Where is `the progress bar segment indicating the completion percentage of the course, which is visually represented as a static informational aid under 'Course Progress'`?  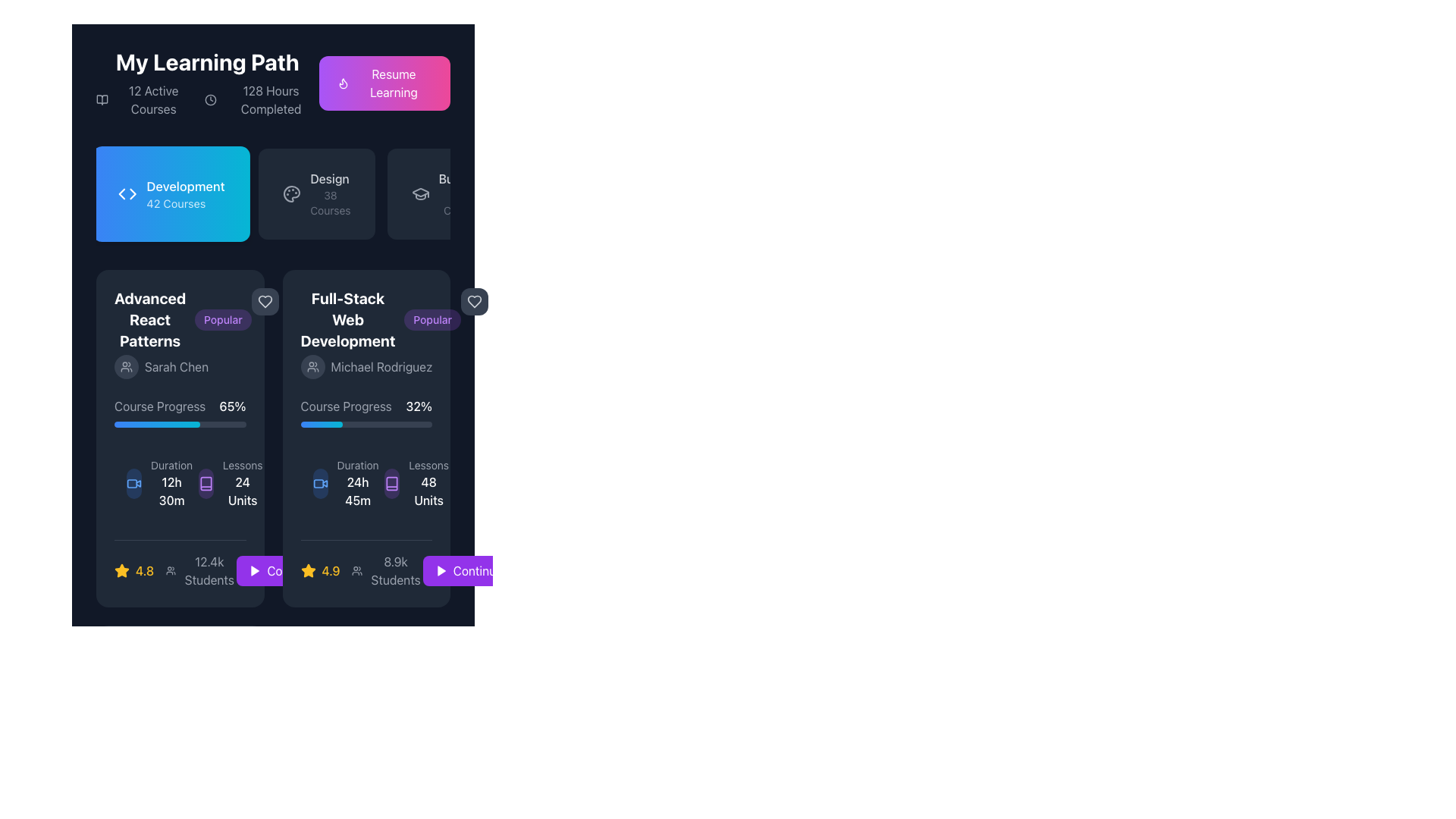
the progress bar segment indicating the completion percentage of the course, which is visually represented as a static informational aid under 'Course Progress' is located at coordinates (321, 424).